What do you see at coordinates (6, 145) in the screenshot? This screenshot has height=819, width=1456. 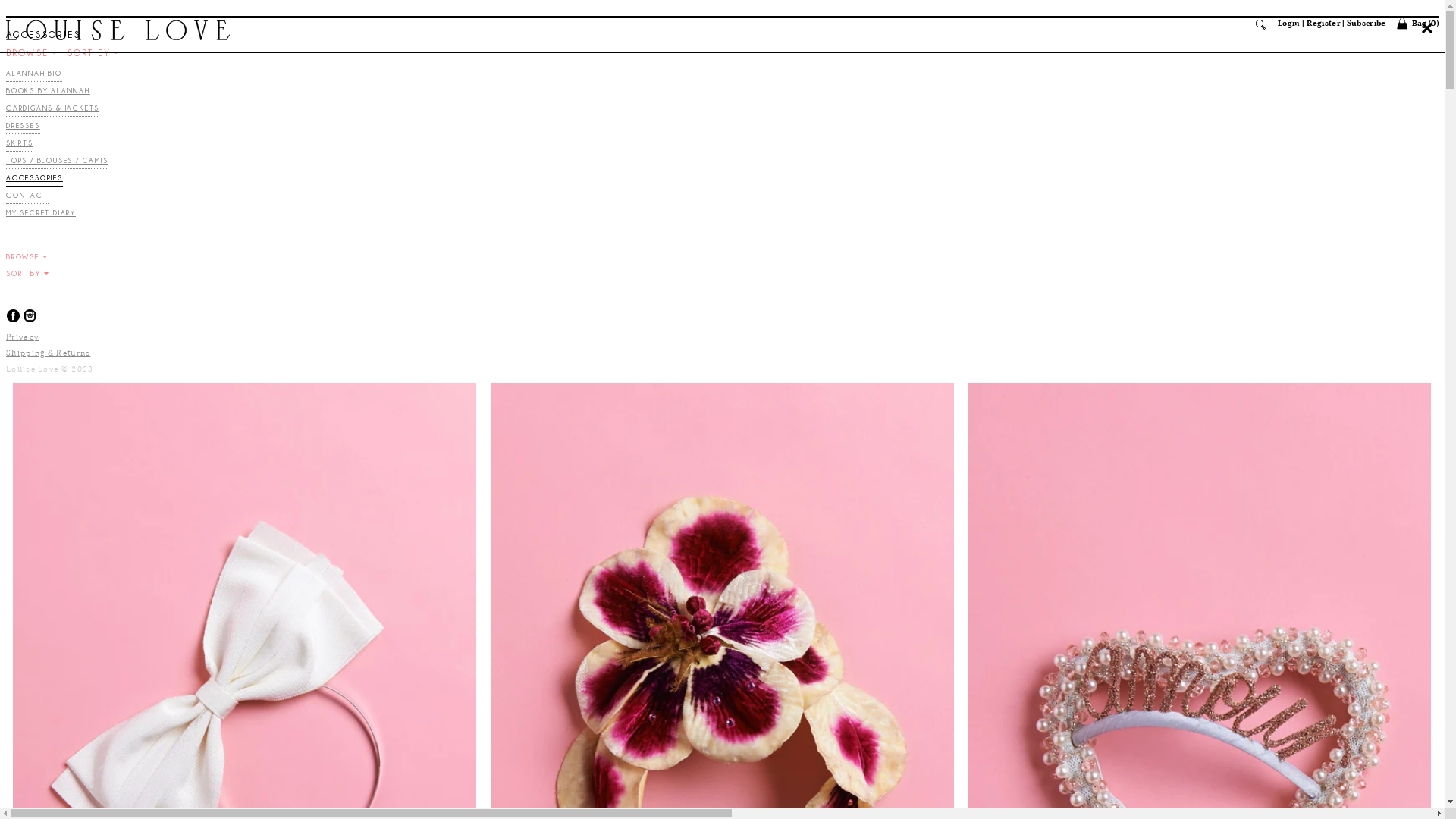 I see `'SKIRTS'` at bounding box center [6, 145].